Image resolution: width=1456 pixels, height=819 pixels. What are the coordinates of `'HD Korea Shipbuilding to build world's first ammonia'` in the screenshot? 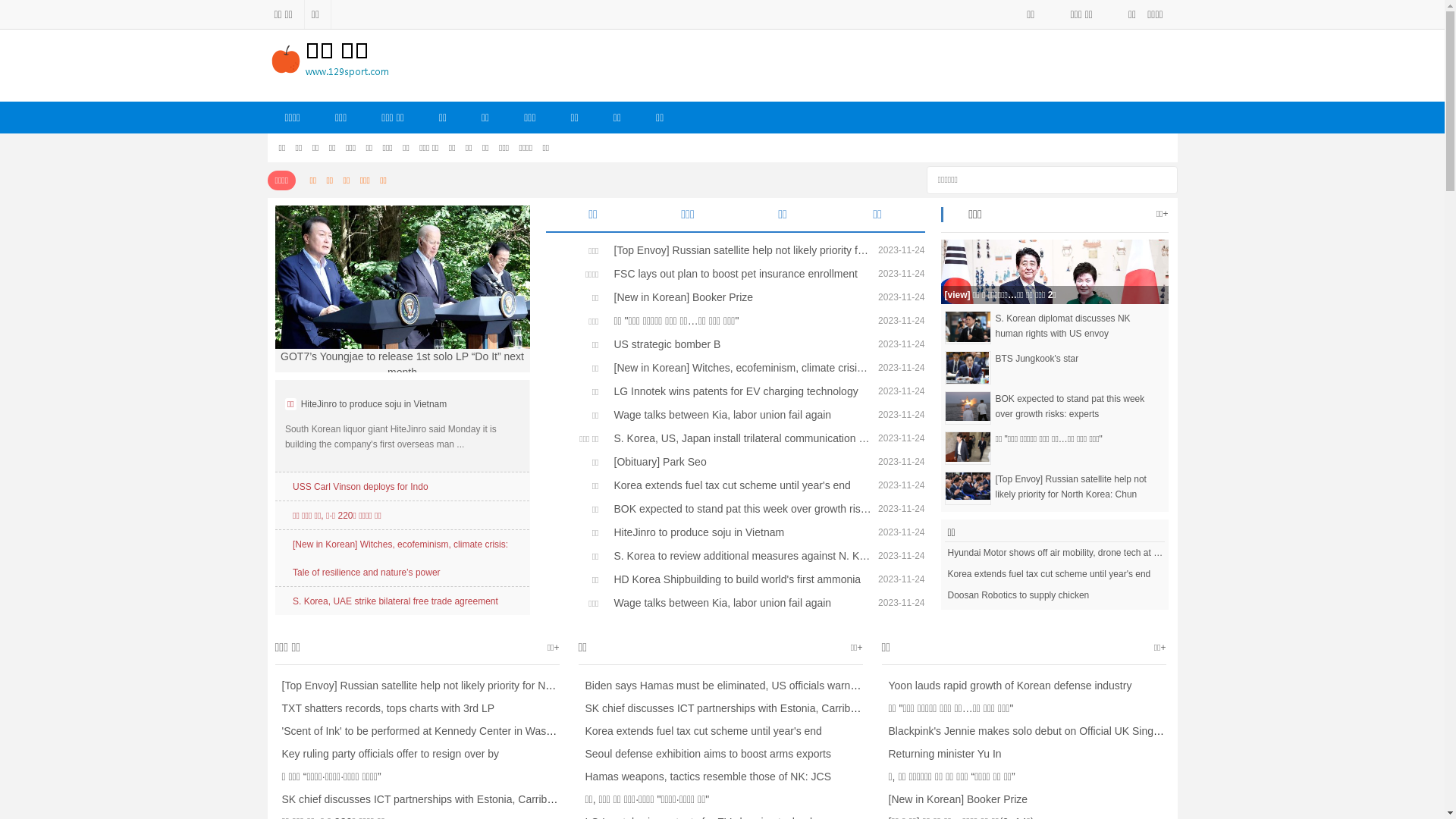 It's located at (739, 579).